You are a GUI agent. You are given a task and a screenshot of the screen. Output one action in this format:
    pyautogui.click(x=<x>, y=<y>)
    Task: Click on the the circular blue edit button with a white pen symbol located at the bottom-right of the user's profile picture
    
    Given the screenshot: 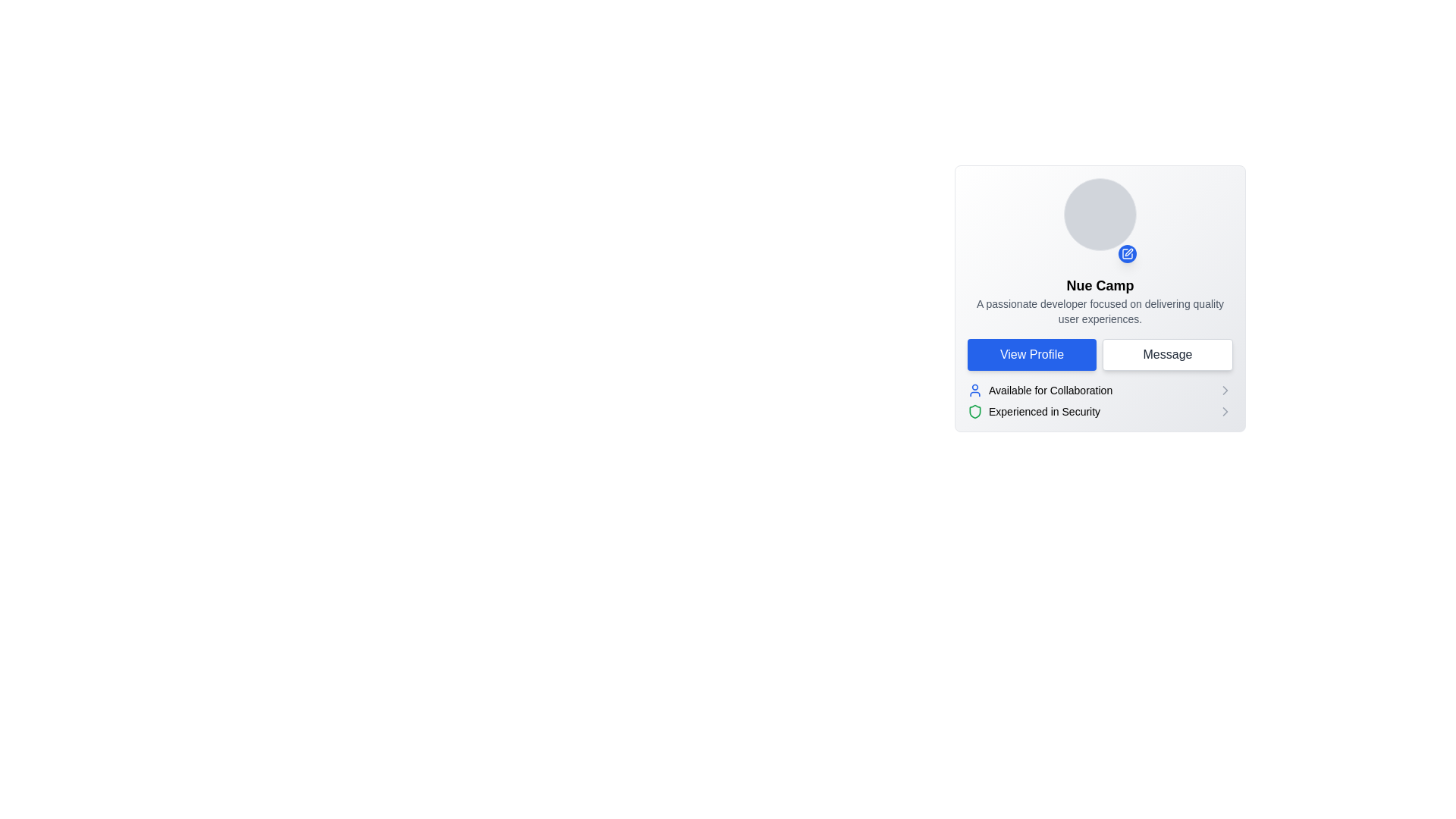 What is the action you would take?
    pyautogui.click(x=1128, y=253)
    